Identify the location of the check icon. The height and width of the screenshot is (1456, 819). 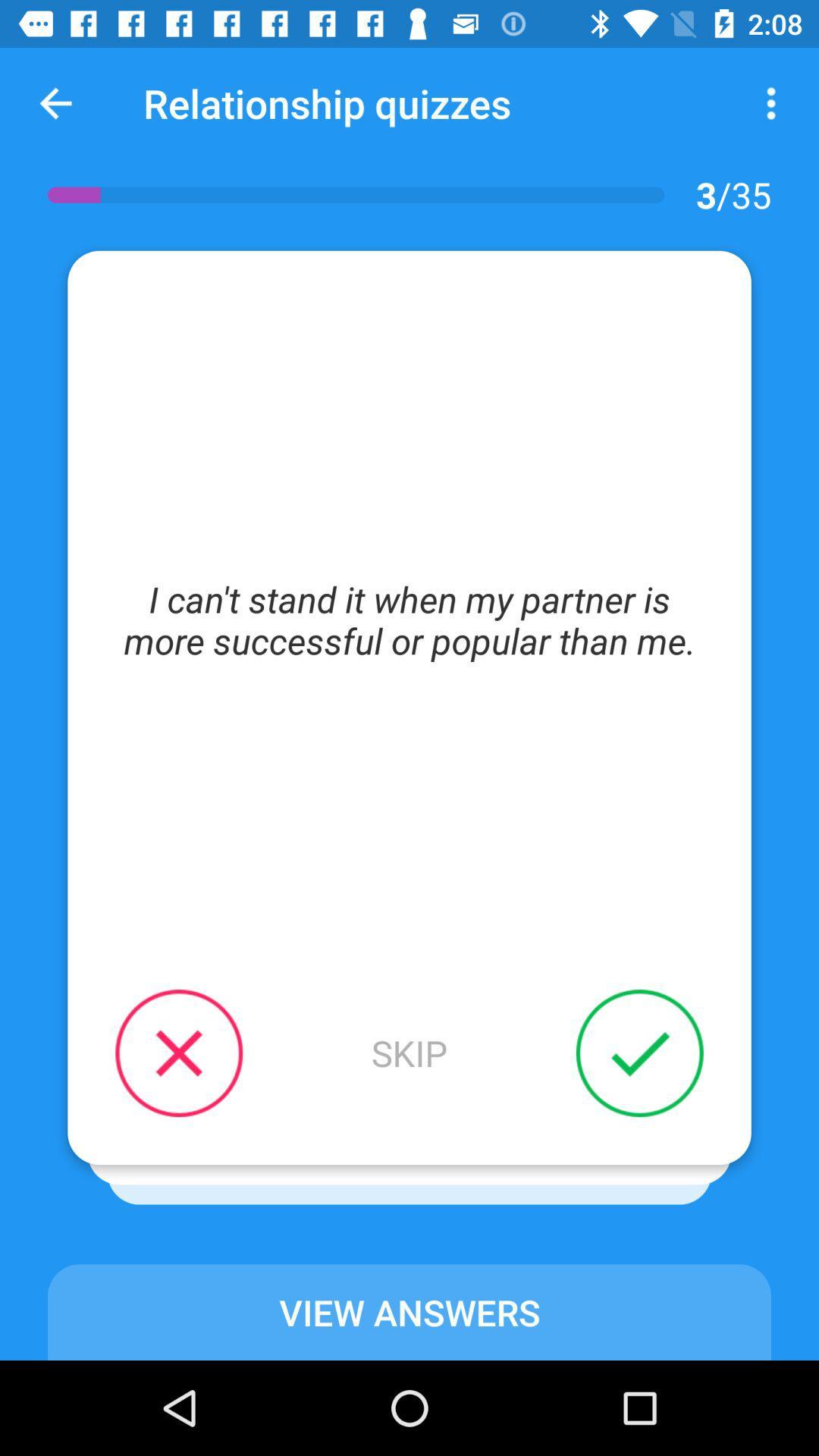
(639, 1052).